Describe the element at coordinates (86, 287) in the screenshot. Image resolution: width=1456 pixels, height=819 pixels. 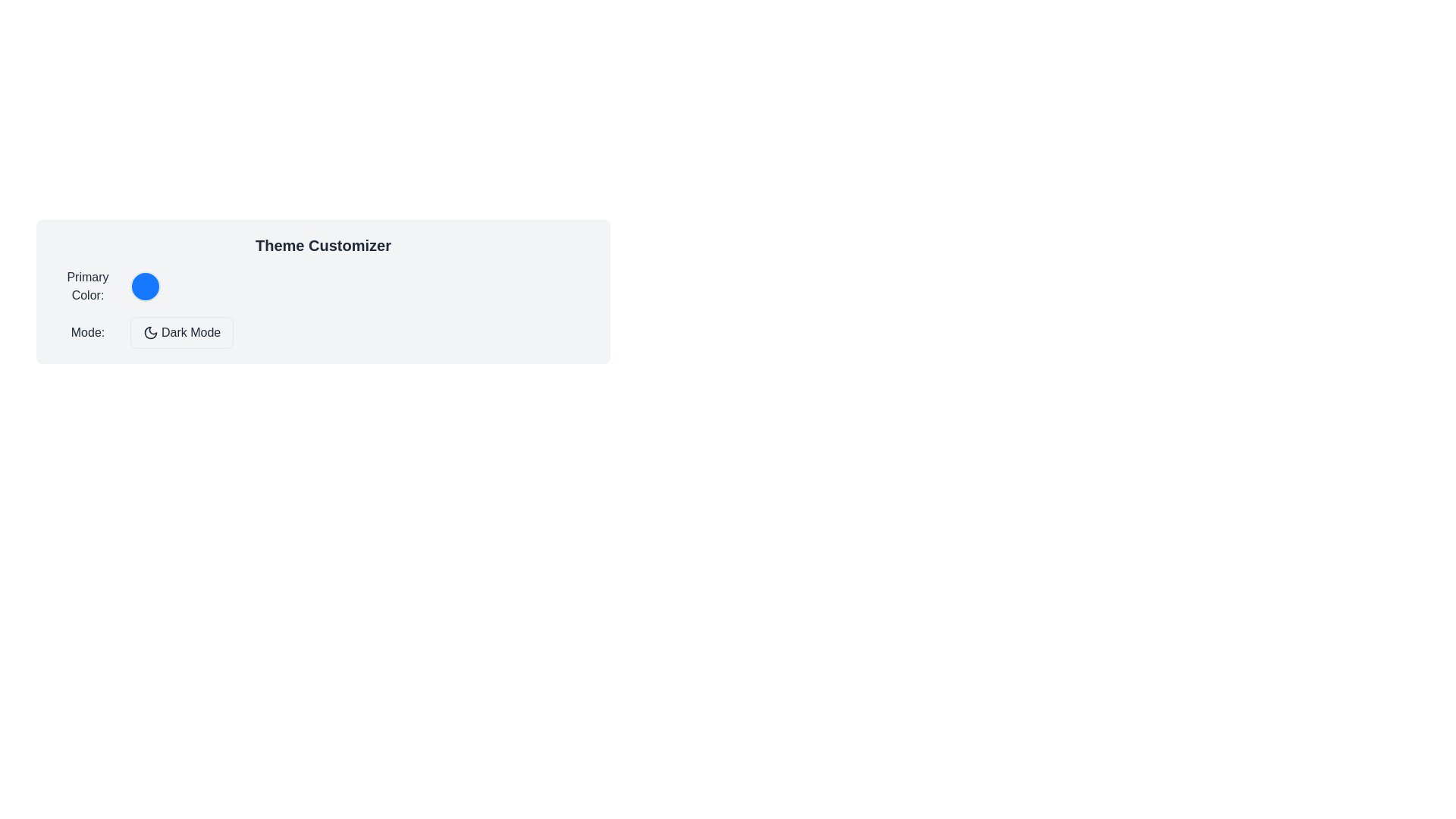
I see `the static text label that describes the adjacent circular color indicator in the 'Theme Customizer' panel` at that location.